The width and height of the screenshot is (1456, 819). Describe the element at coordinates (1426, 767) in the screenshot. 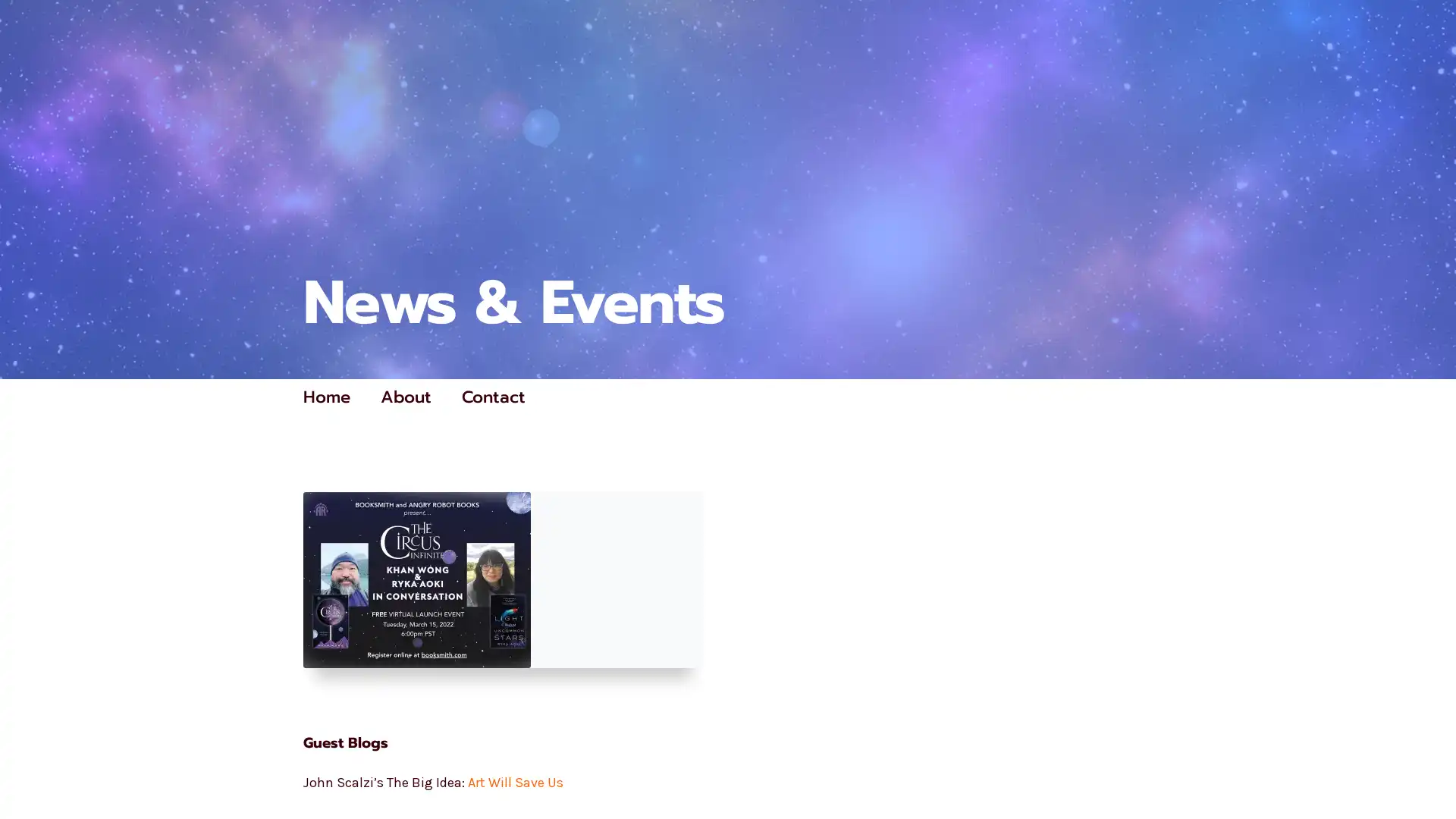

I see `Scroll to top` at that location.